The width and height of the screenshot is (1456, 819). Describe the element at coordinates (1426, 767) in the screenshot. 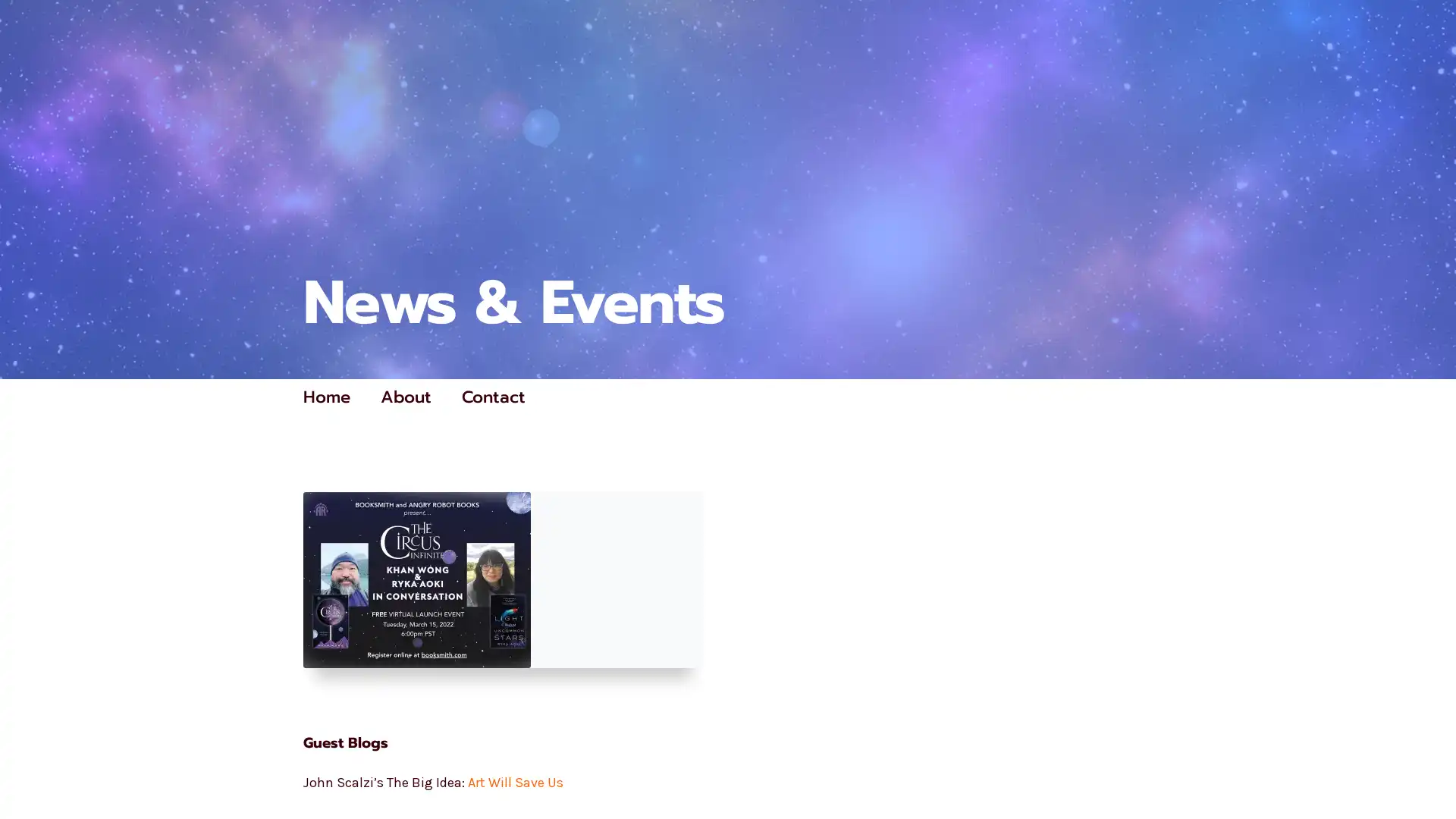

I see `Scroll to top` at that location.